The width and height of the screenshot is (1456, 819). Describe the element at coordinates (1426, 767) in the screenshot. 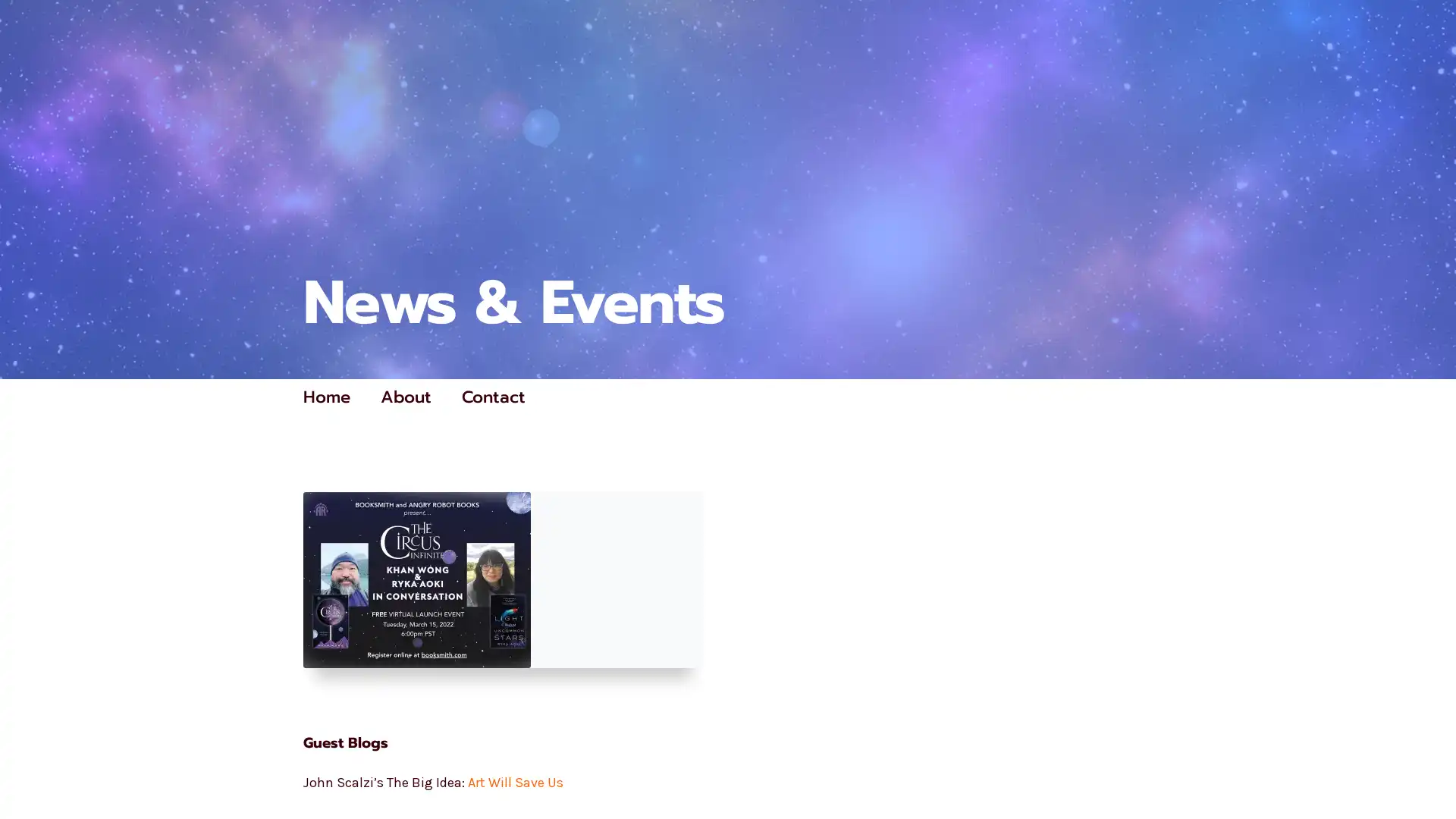

I see `Scroll to top` at that location.